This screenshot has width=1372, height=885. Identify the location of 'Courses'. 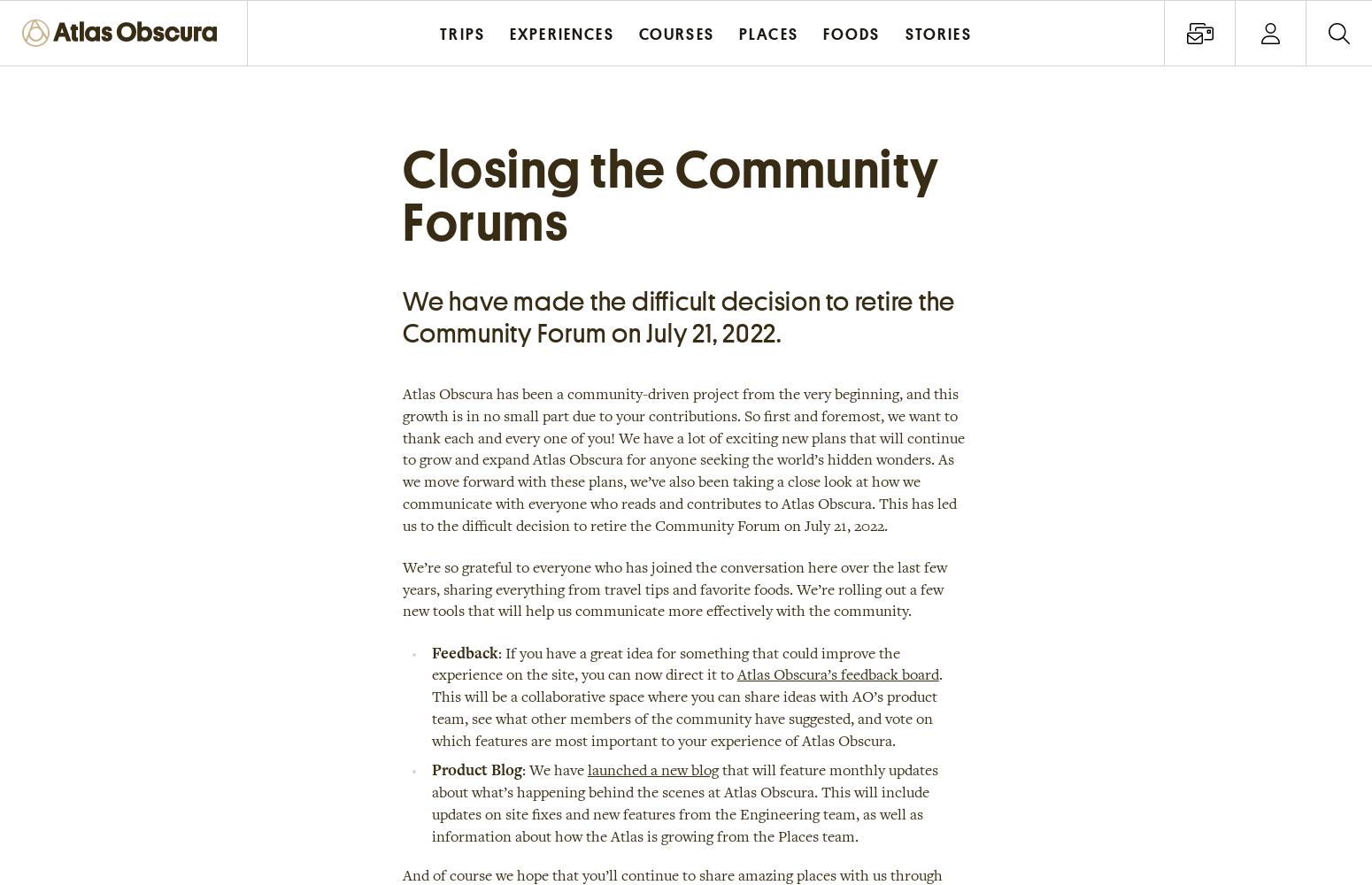
(675, 34).